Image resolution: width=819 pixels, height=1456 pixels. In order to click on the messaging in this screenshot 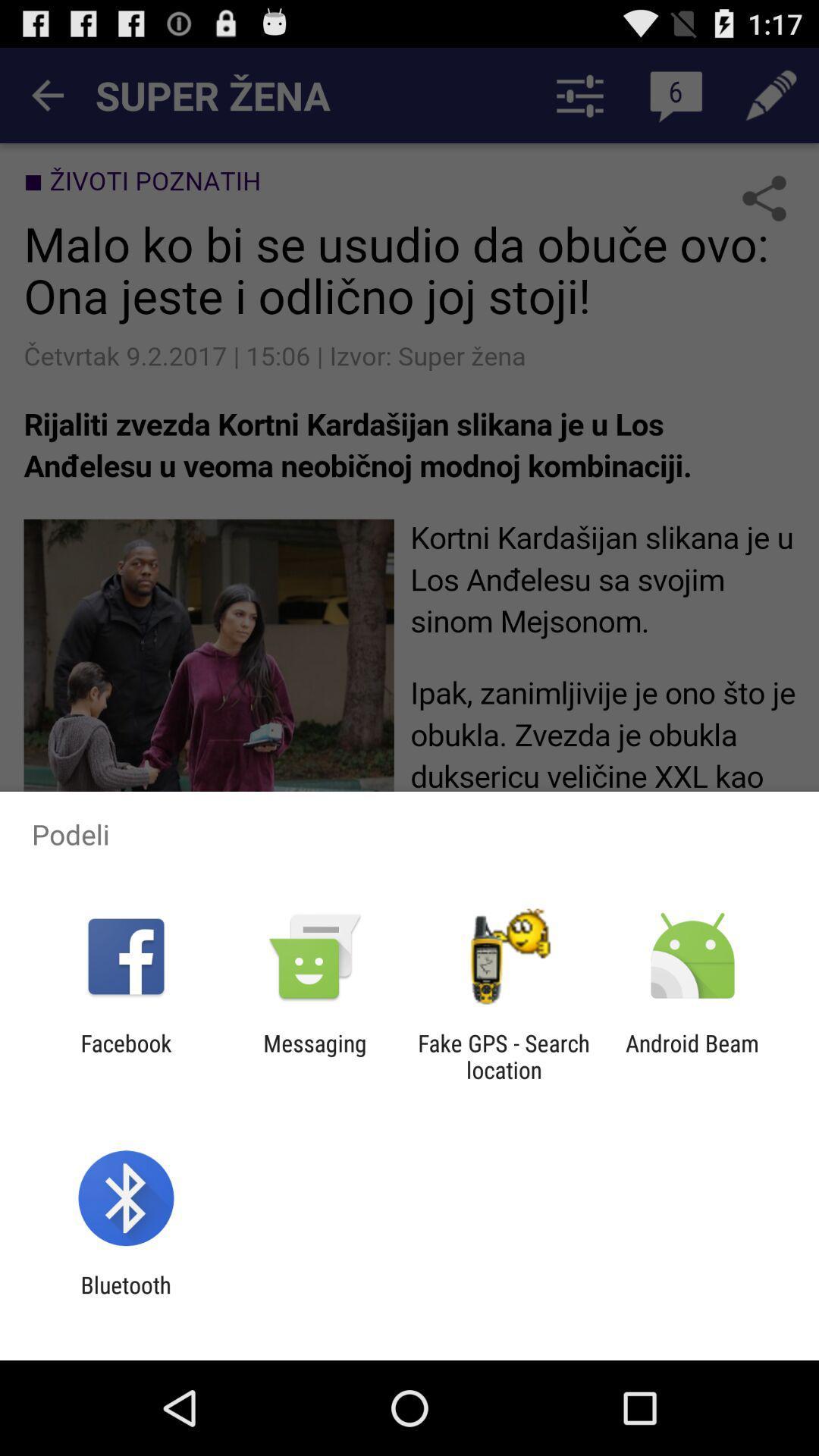, I will do `click(314, 1056)`.